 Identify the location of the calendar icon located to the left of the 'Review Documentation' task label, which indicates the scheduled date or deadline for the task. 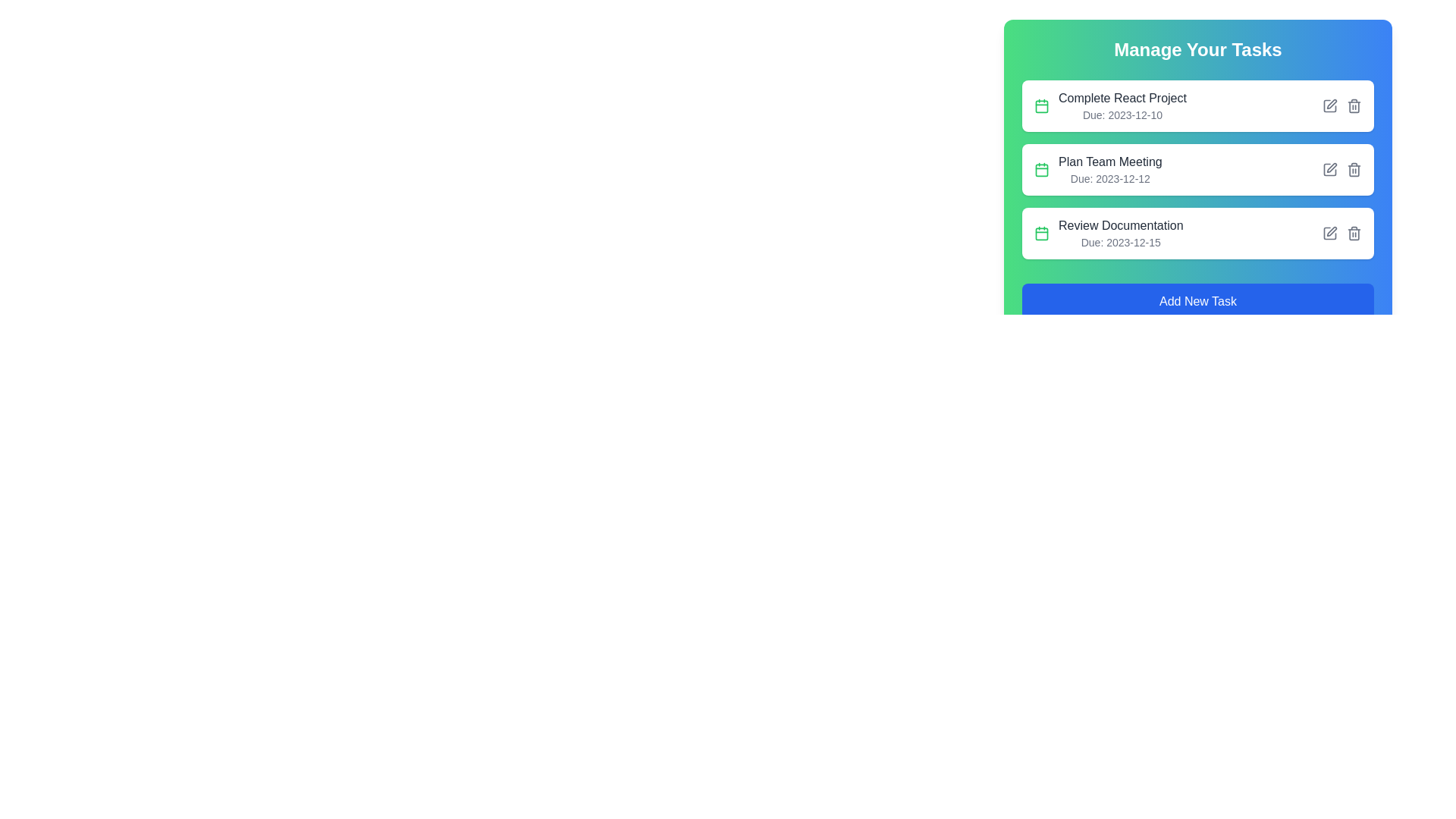
(1040, 234).